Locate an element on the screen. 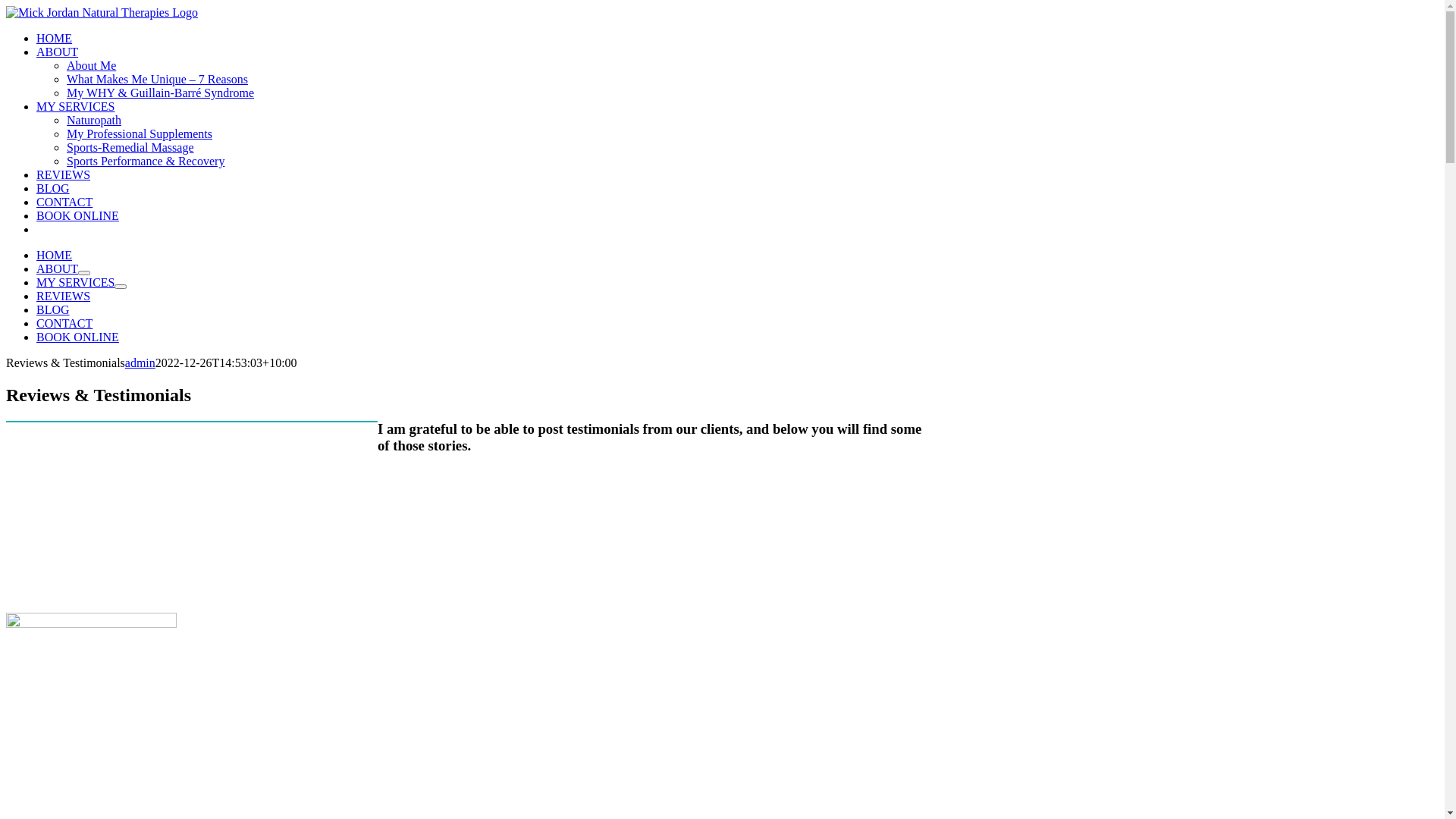 The image size is (1456, 819). 'About Me' is located at coordinates (90, 64).